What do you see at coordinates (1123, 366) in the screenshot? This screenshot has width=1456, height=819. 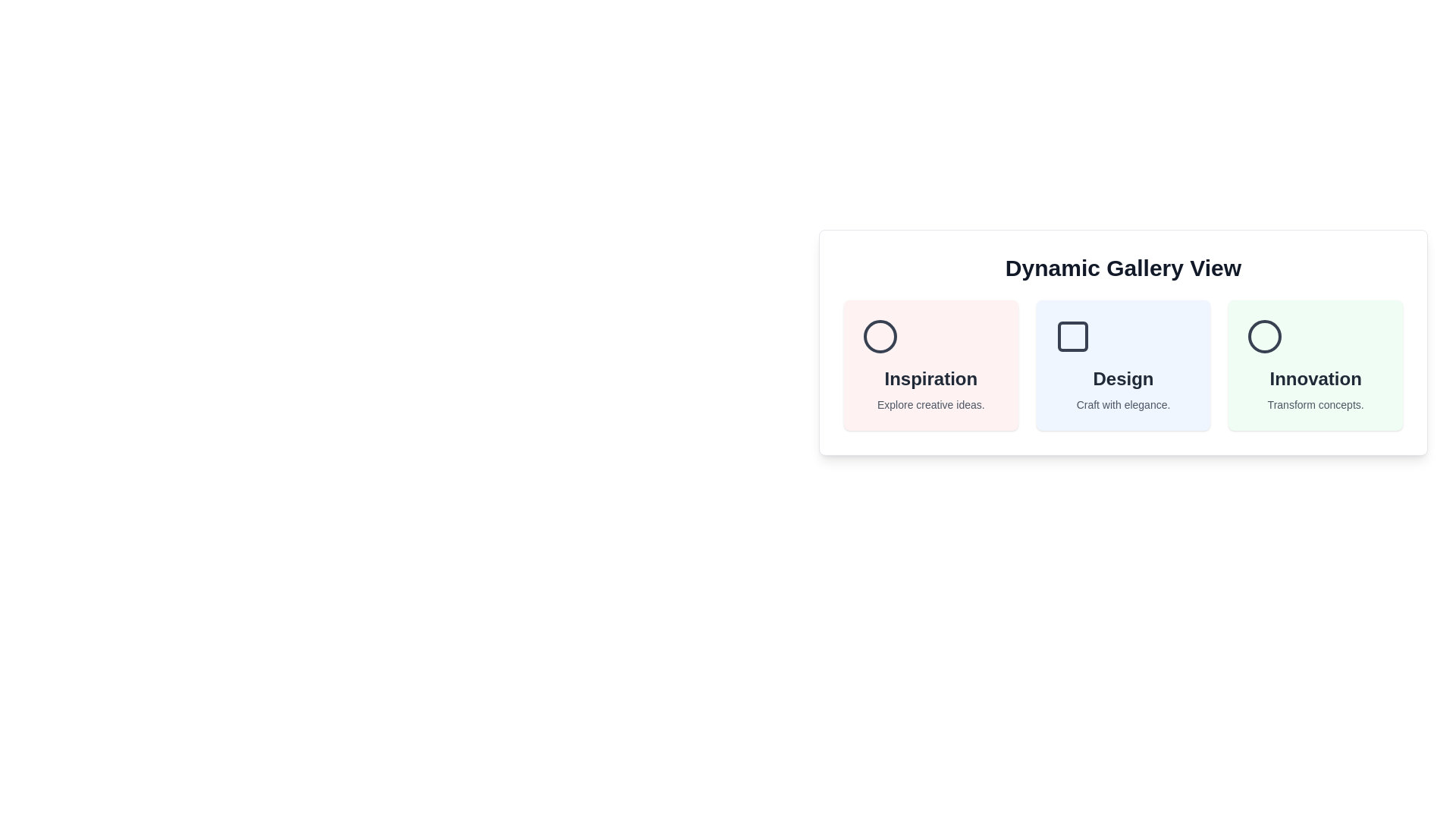 I see `the 'Design' section in the Dynamic Gallery View, which has a light blue background and contains bold text below a square icon` at bounding box center [1123, 366].